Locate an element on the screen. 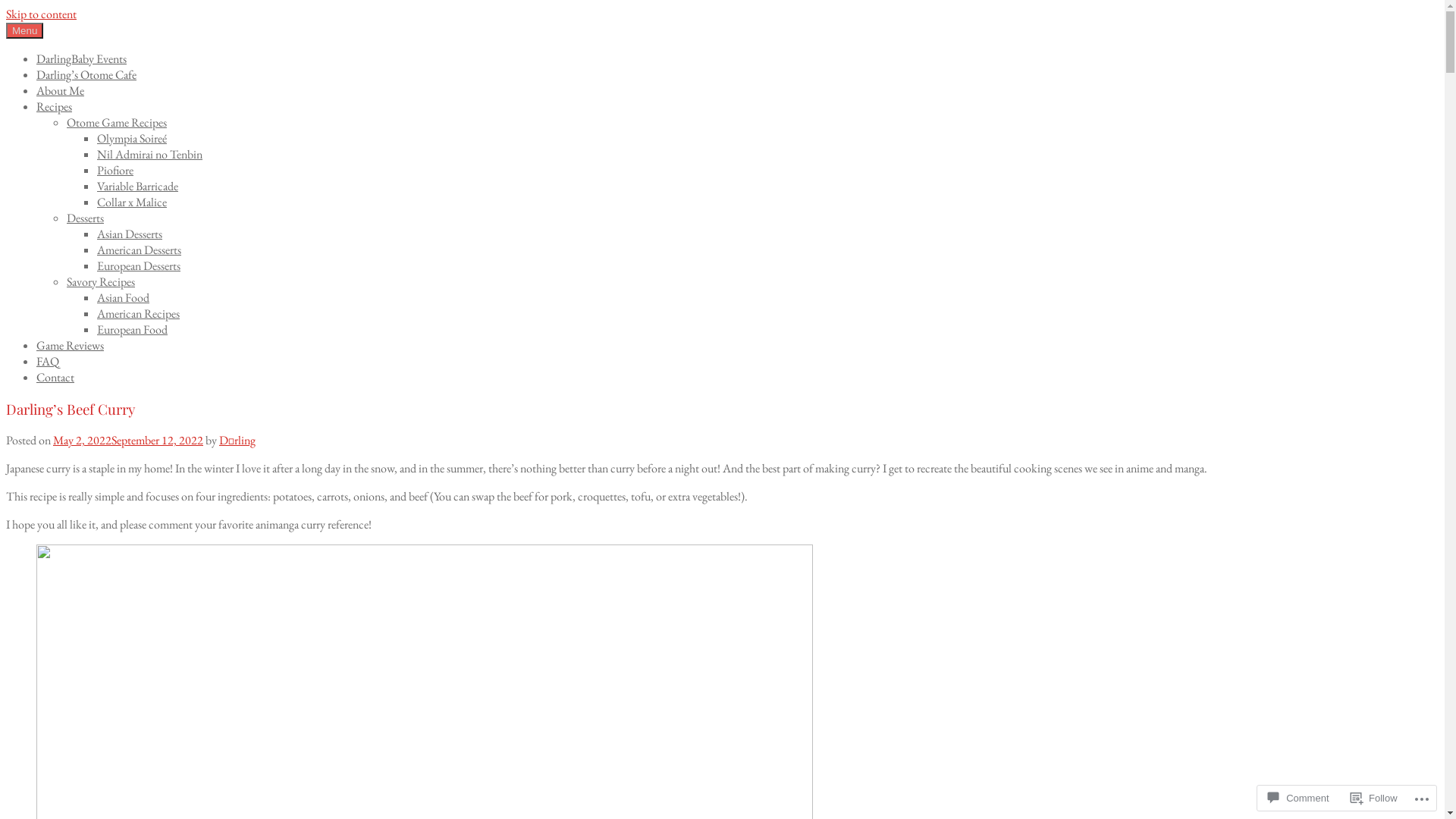 This screenshot has height=819, width=1456. 'American Recipes' is located at coordinates (138, 312).